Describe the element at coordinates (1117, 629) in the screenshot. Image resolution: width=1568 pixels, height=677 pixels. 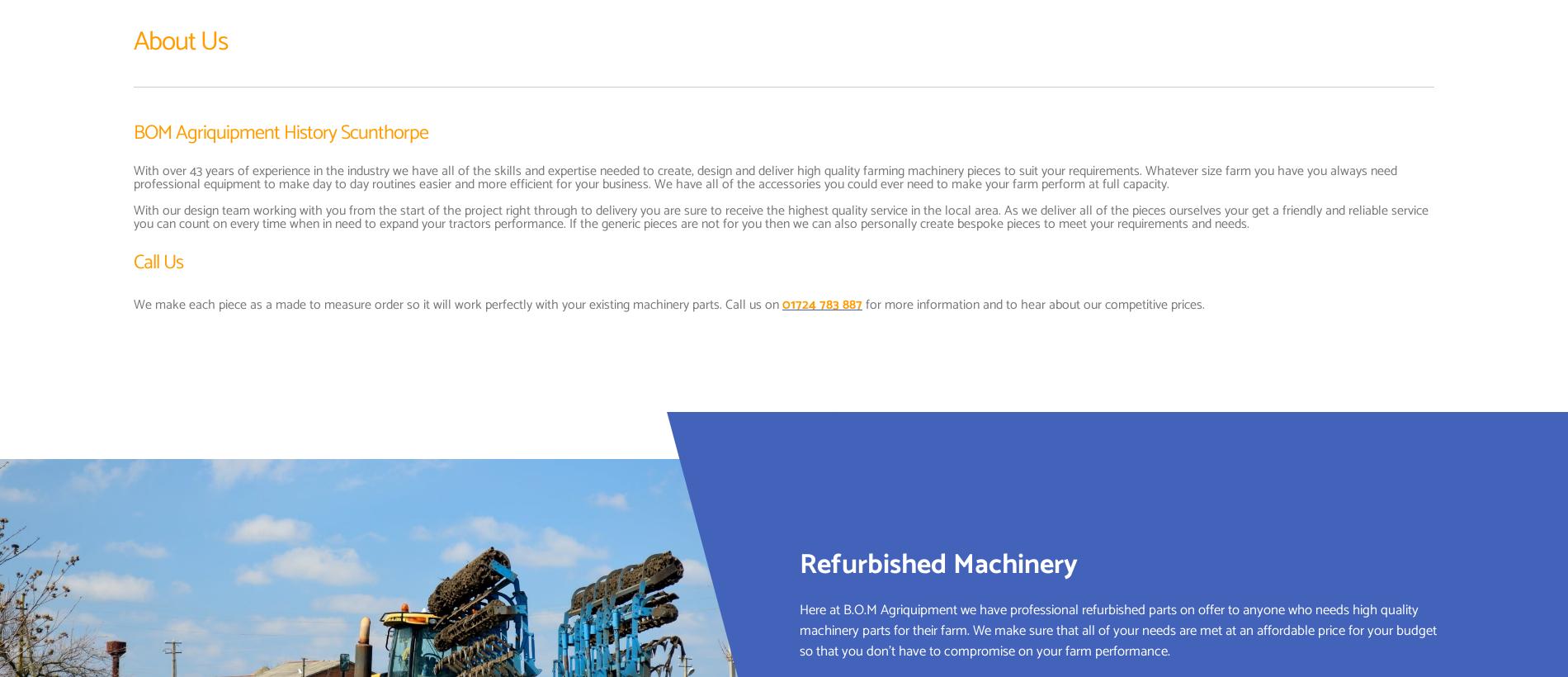
I see `'Here at B.O.M Agriquipment we have professional refurbished parts on offer to anyone who needs high quality machinery parts for their farm. We make sure that all of your needs are met at an affordable price for your budget so that you don't have to compromise on your farm performance.'` at that location.